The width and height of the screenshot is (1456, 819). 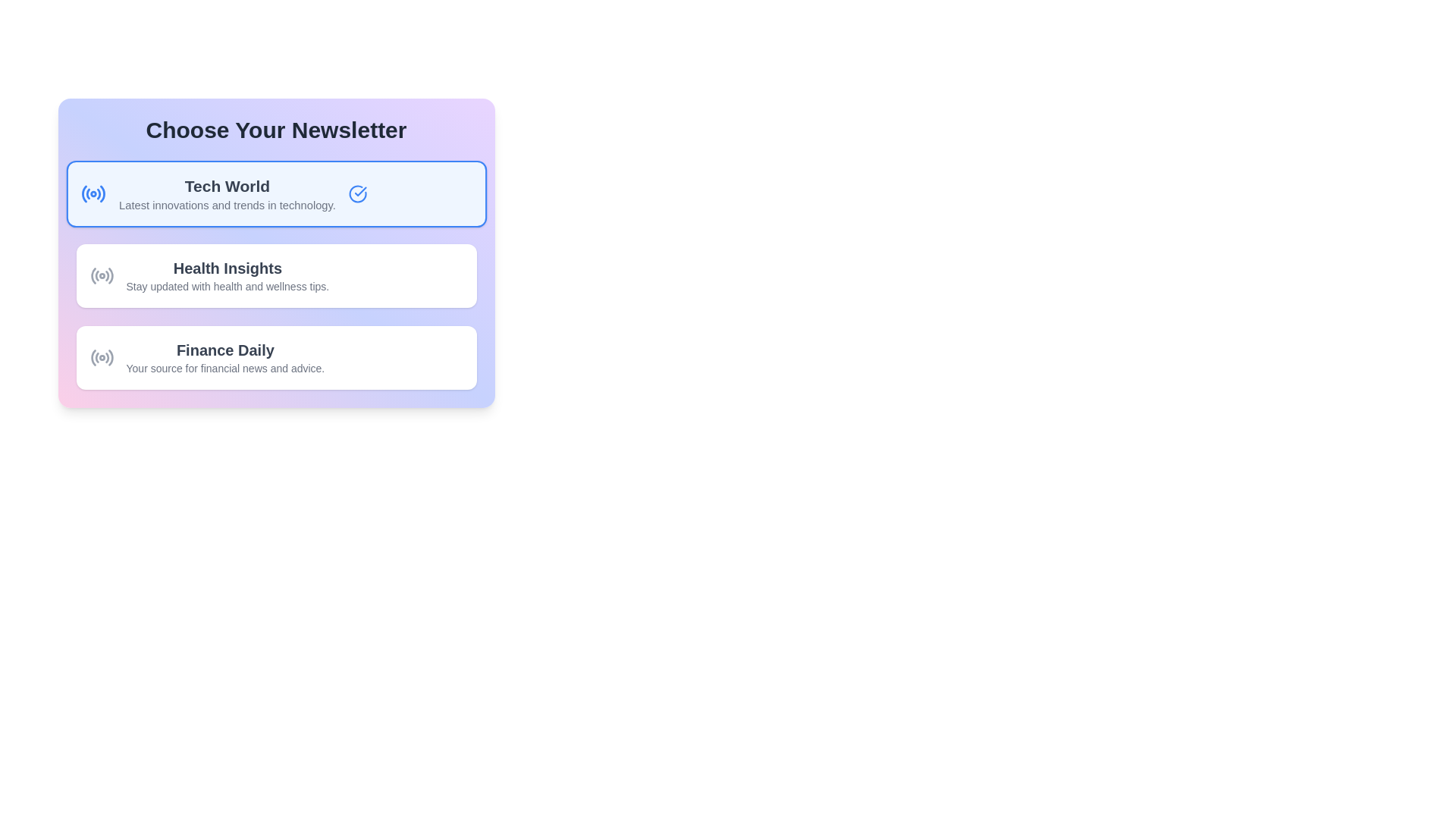 What do you see at coordinates (101, 275) in the screenshot?
I see `the 'Health Insights' icon, which is located to the left of the text group in the second newsletter option` at bounding box center [101, 275].